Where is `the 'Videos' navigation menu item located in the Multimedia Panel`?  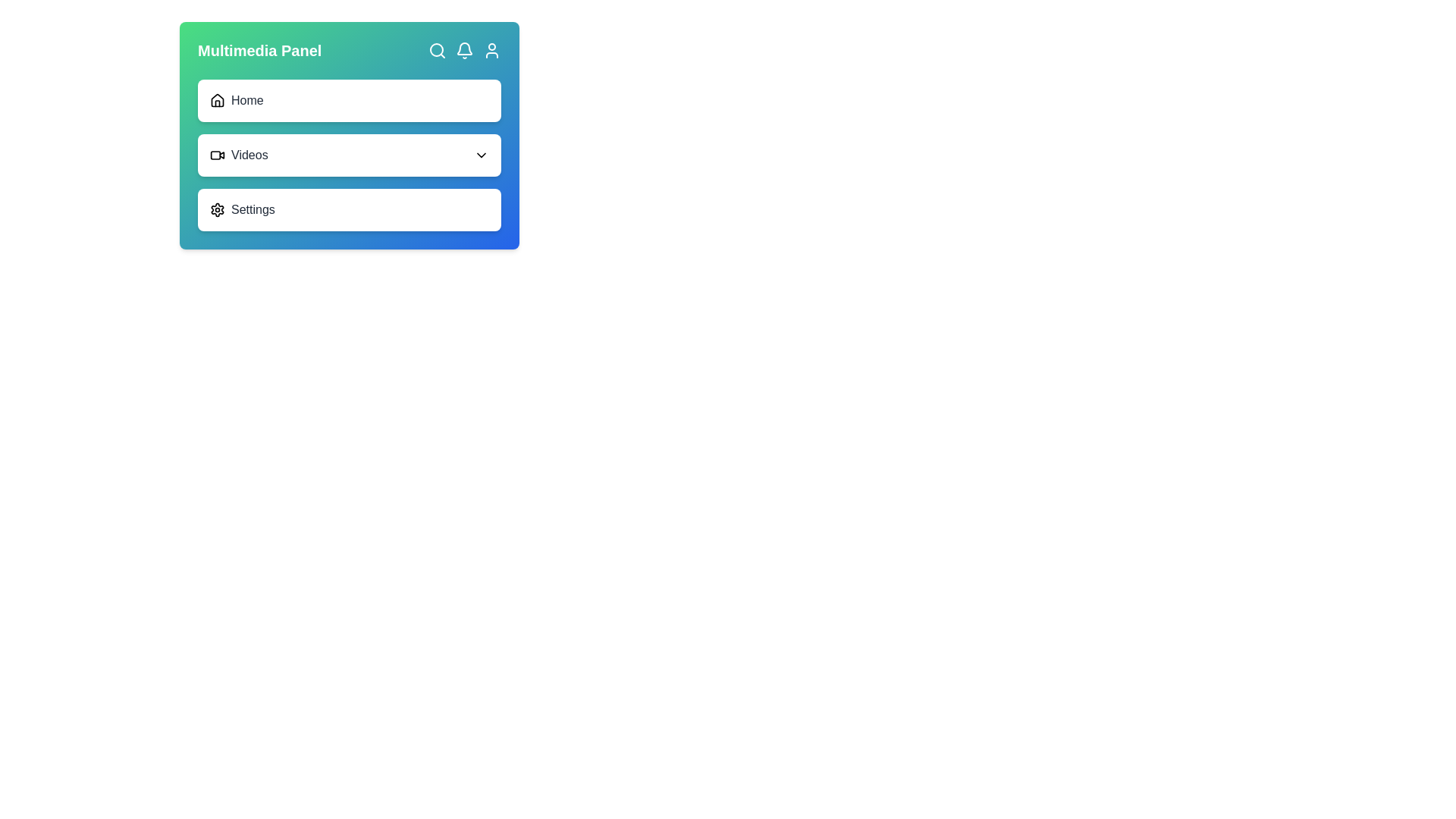
the 'Videos' navigation menu item located in the Multimedia Panel is located at coordinates (348, 155).